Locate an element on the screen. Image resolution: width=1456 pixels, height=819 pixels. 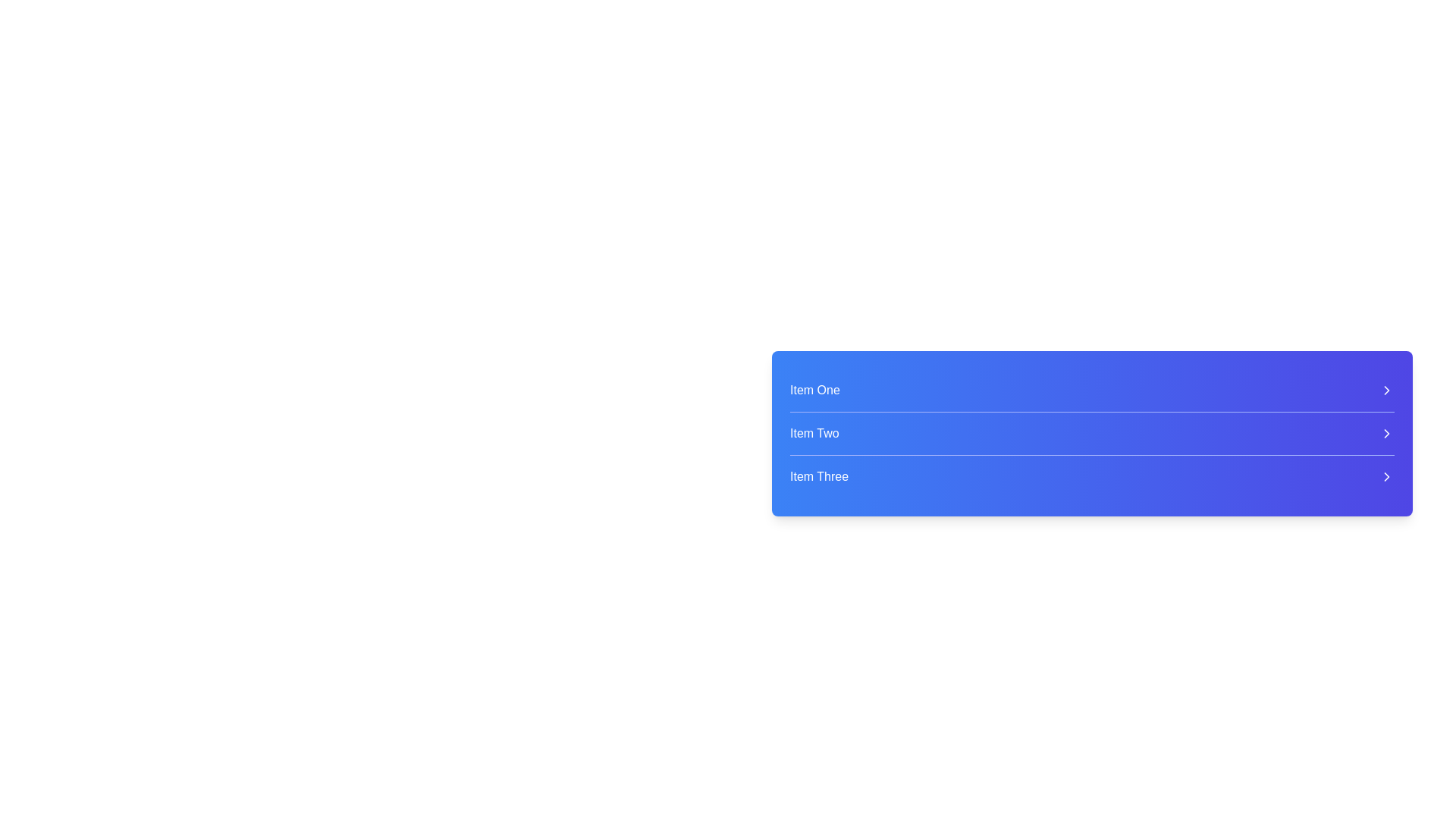
the right-facing chevron icon next to the 'Item Two' label is located at coordinates (1386, 433).